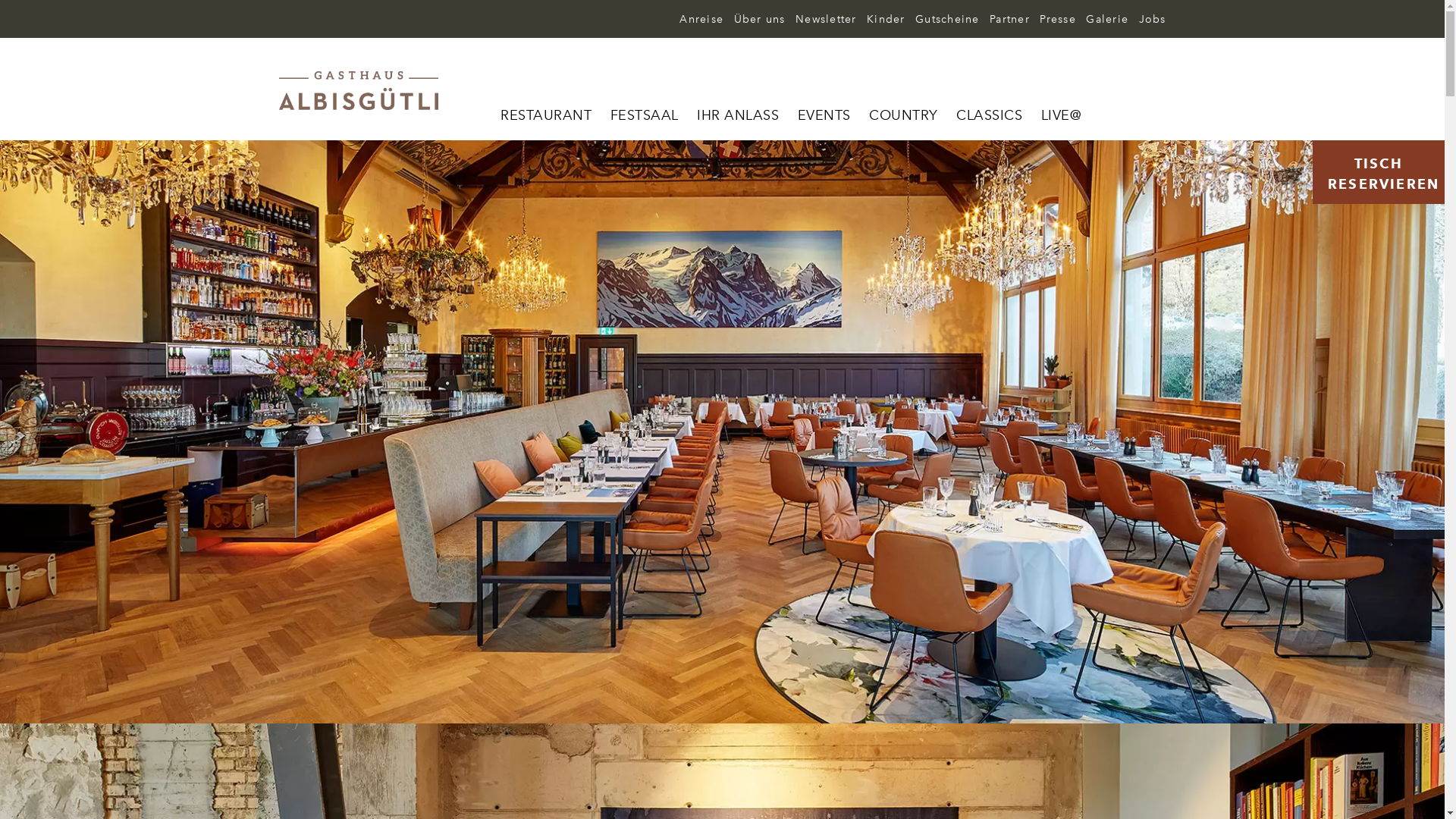 The image size is (1456, 819). What do you see at coordinates (1006, 20) in the screenshot?
I see `'Partner'` at bounding box center [1006, 20].